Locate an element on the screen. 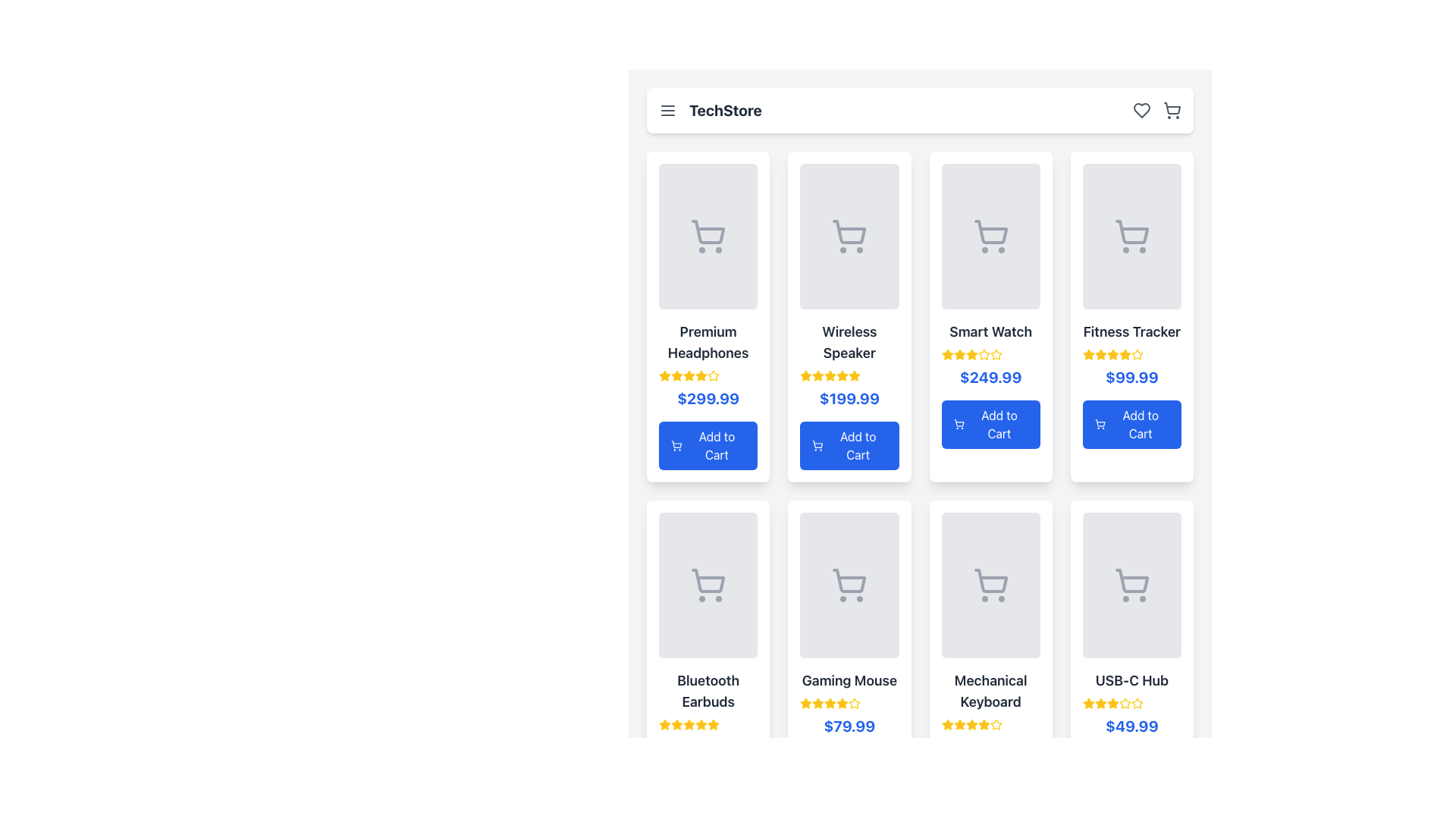 The width and height of the screenshot is (1456, 819). the Rating display with star icons, which consists of five stars, four filled with yellow and one outlined, located below the 'Premium Headphones' title and above the price '$299.99' is located at coordinates (708, 375).